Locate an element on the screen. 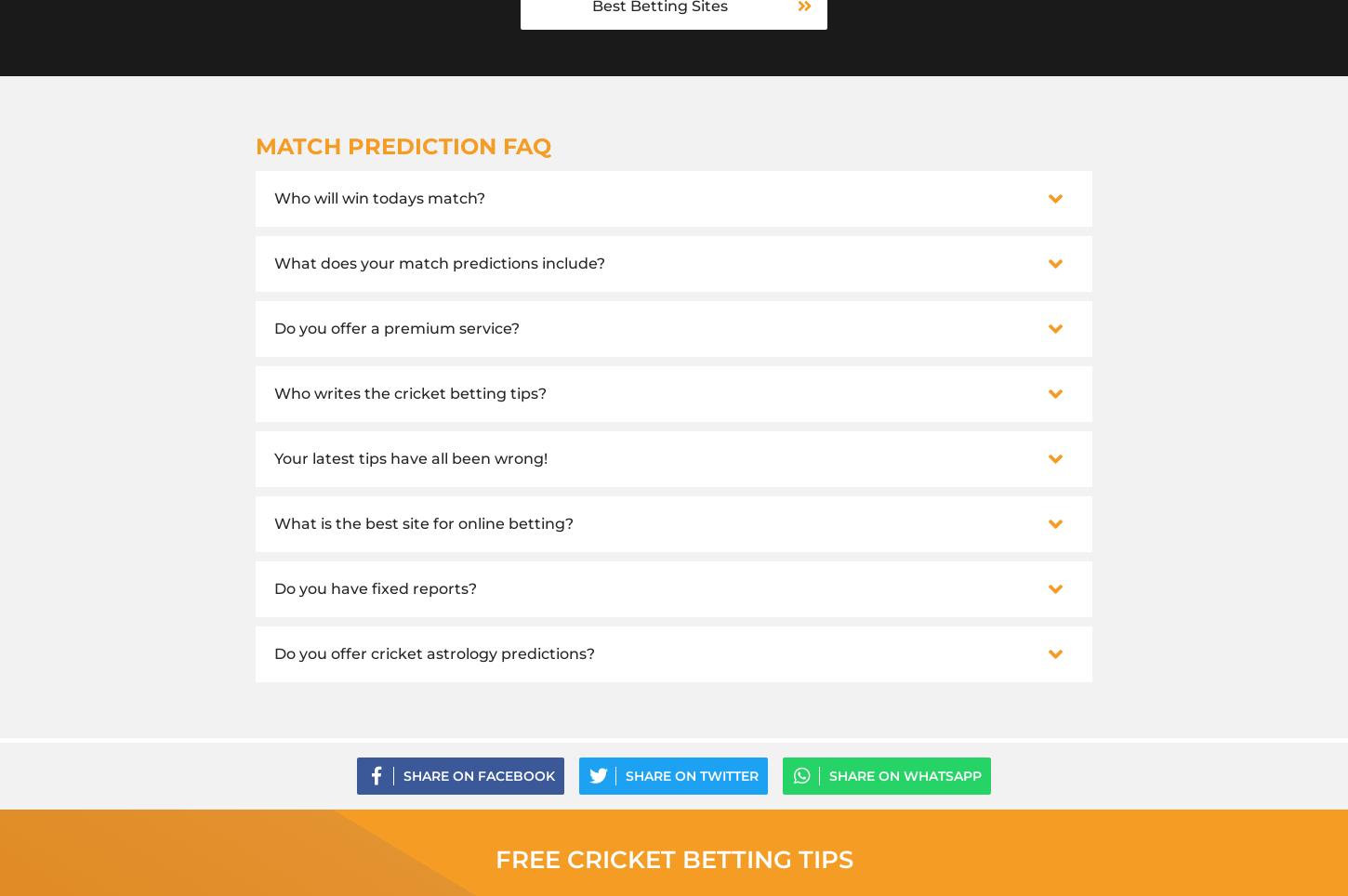 This screenshot has width=1348, height=896. 'Who will win todays match?' is located at coordinates (378, 197).